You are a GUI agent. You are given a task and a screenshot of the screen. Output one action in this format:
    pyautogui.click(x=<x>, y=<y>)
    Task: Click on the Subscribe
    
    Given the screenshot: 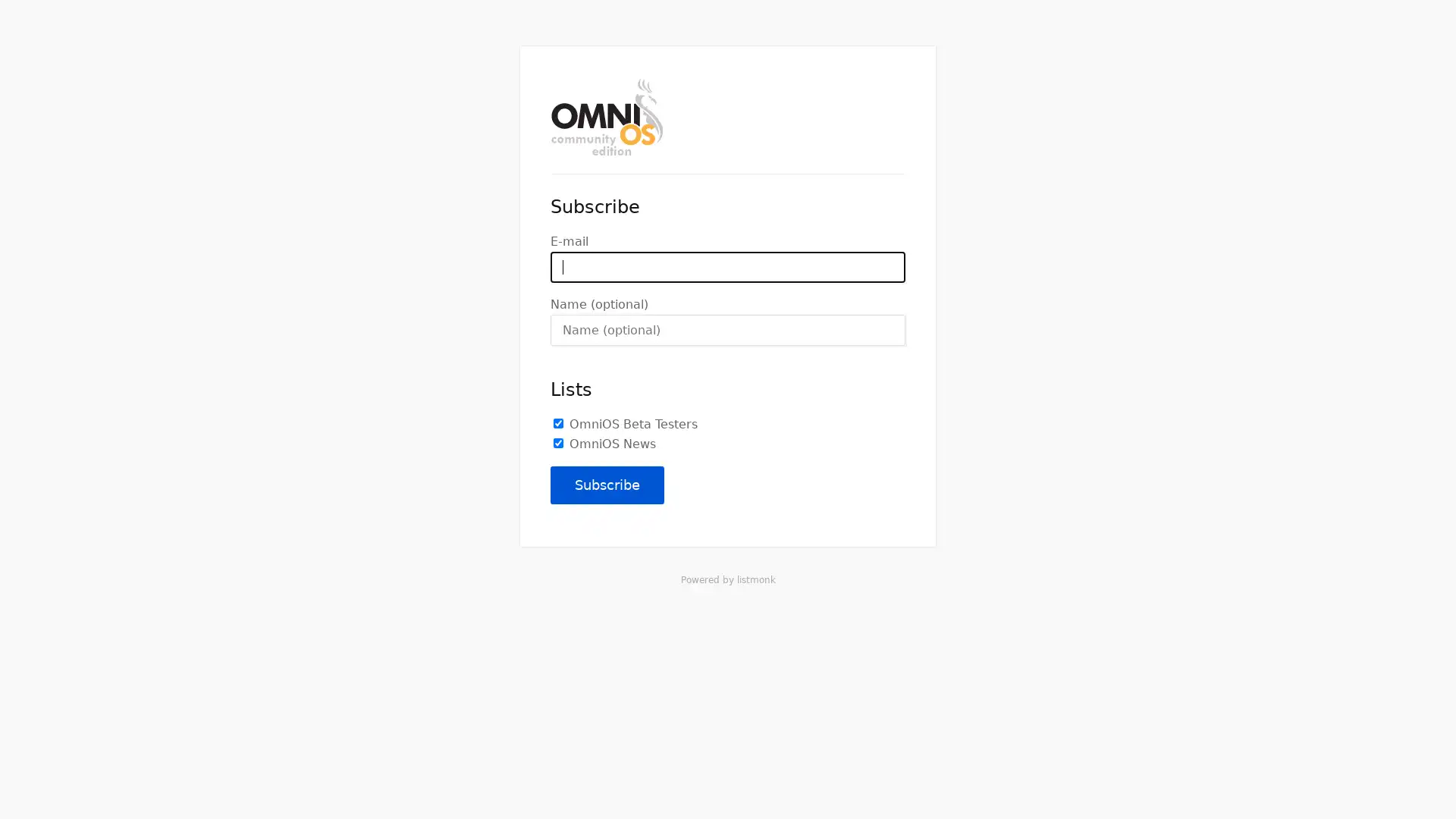 What is the action you would take?
    pyautogui.click(x=607, y=485)
    